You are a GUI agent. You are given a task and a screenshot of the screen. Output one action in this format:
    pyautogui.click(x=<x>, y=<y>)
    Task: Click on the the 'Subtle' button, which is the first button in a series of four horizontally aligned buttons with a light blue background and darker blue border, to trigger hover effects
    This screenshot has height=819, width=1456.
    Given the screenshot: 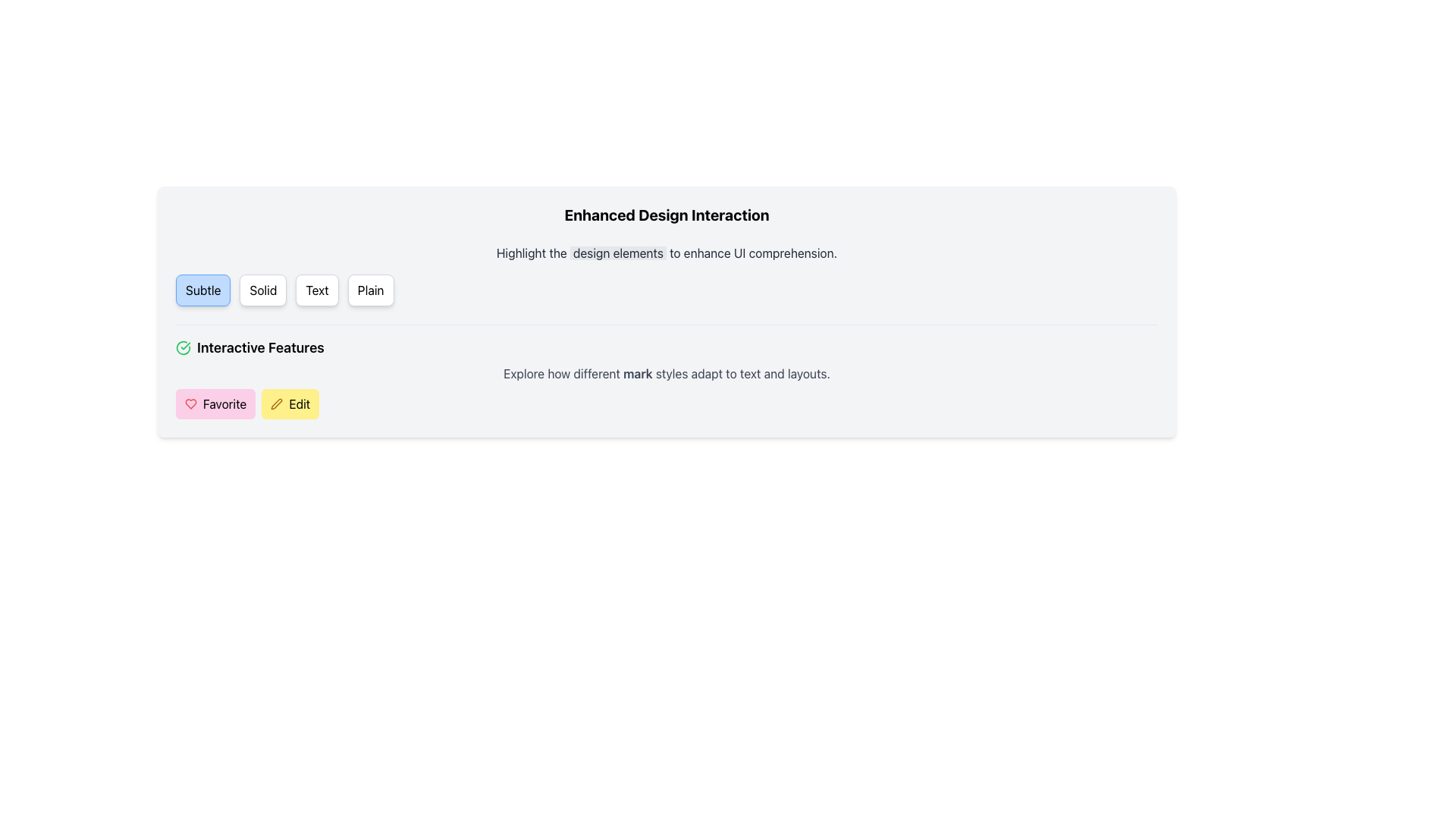 What is the action you would take?
    pyautogui.click(x=202, y=290)
    